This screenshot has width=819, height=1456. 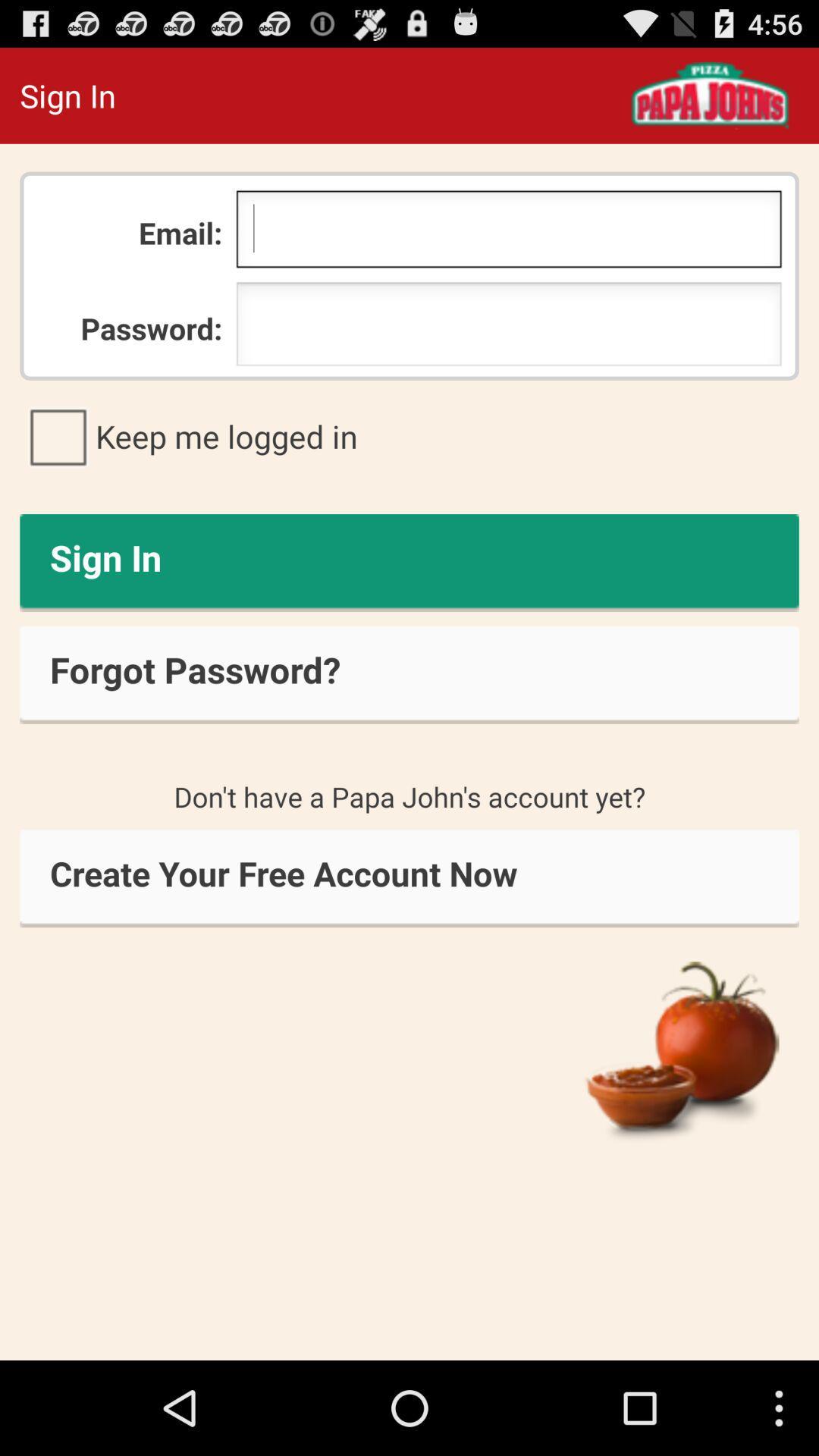 What do you see at coordinates (409, 435) in the screenshot?
I see `the keep me logged icon` at bounding box center [409, 435].